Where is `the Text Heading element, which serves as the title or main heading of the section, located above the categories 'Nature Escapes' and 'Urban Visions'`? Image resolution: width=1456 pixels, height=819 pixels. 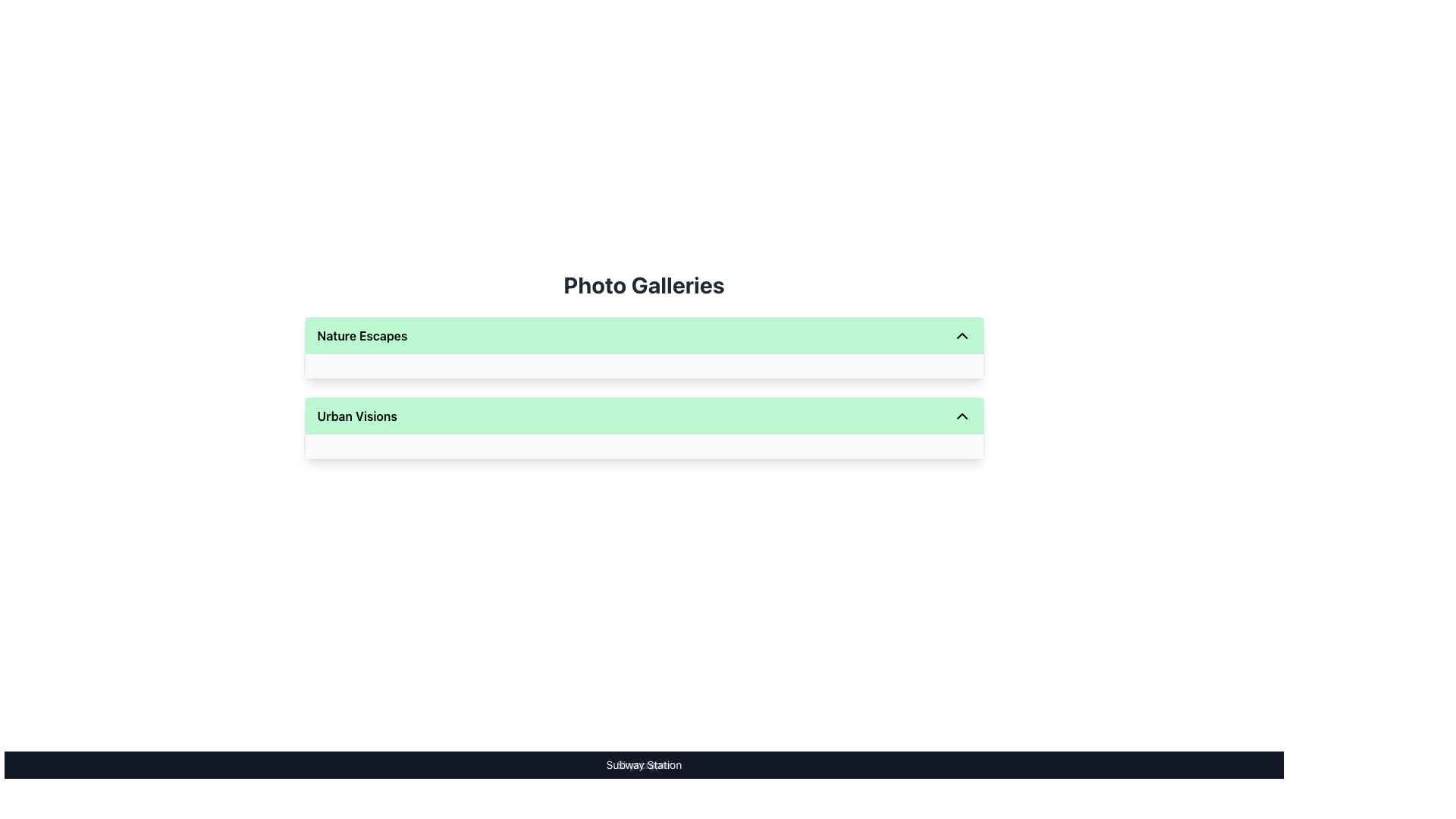
the Text Heading element, which serves as the title or main heading of the section, located above the categories 'Nature Escapes' and 'Urban Visions' is located at coordinates (644, 284).